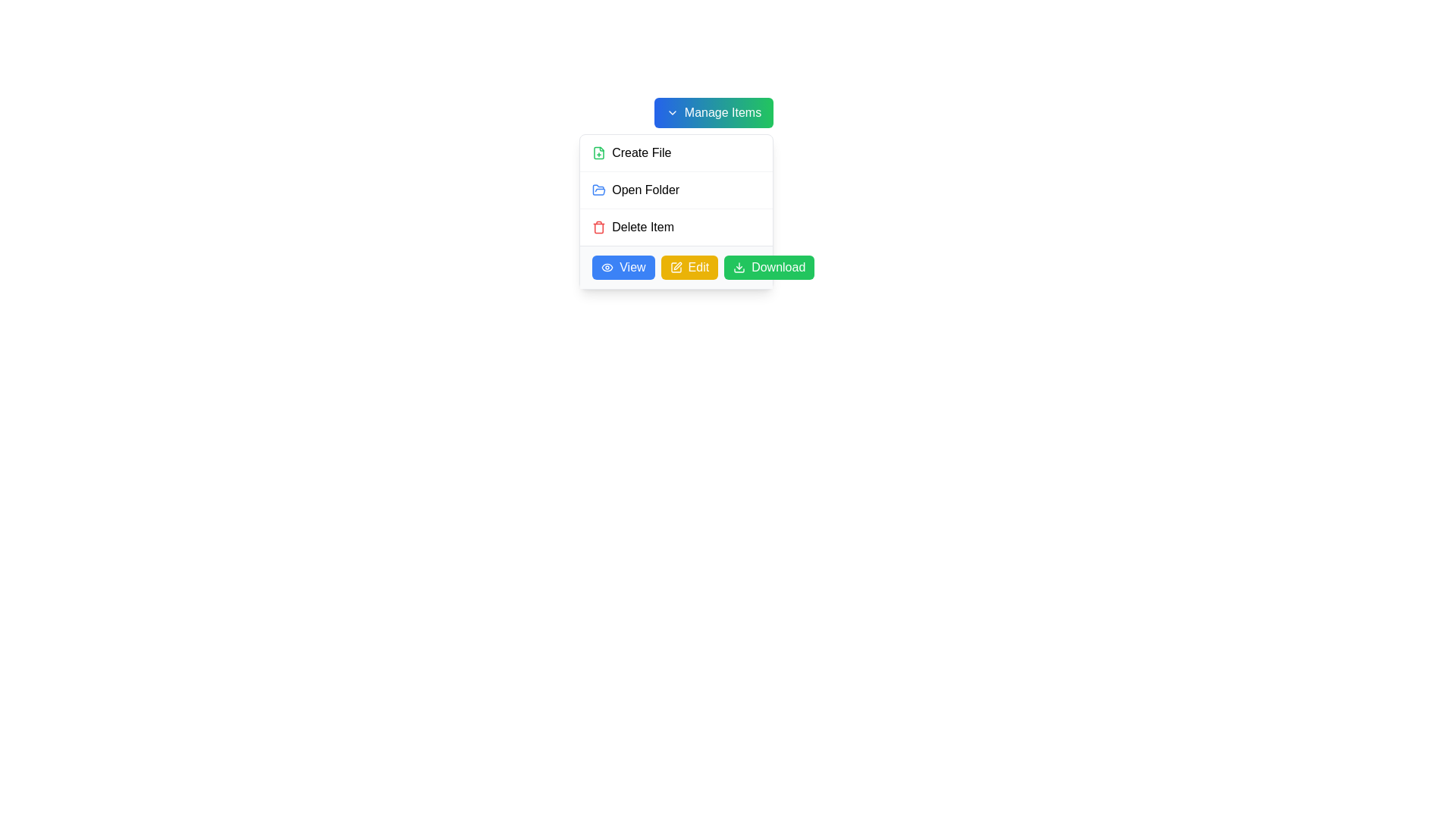 The image size is (1456, 819). What do you see at coordinates (598, 189) in the screenshot?
I see `the icon that represents the action 'Open Folder', located directly to the left of the 'Open Folder' text in the top center section of the interface` at bounding box center [598, 189].